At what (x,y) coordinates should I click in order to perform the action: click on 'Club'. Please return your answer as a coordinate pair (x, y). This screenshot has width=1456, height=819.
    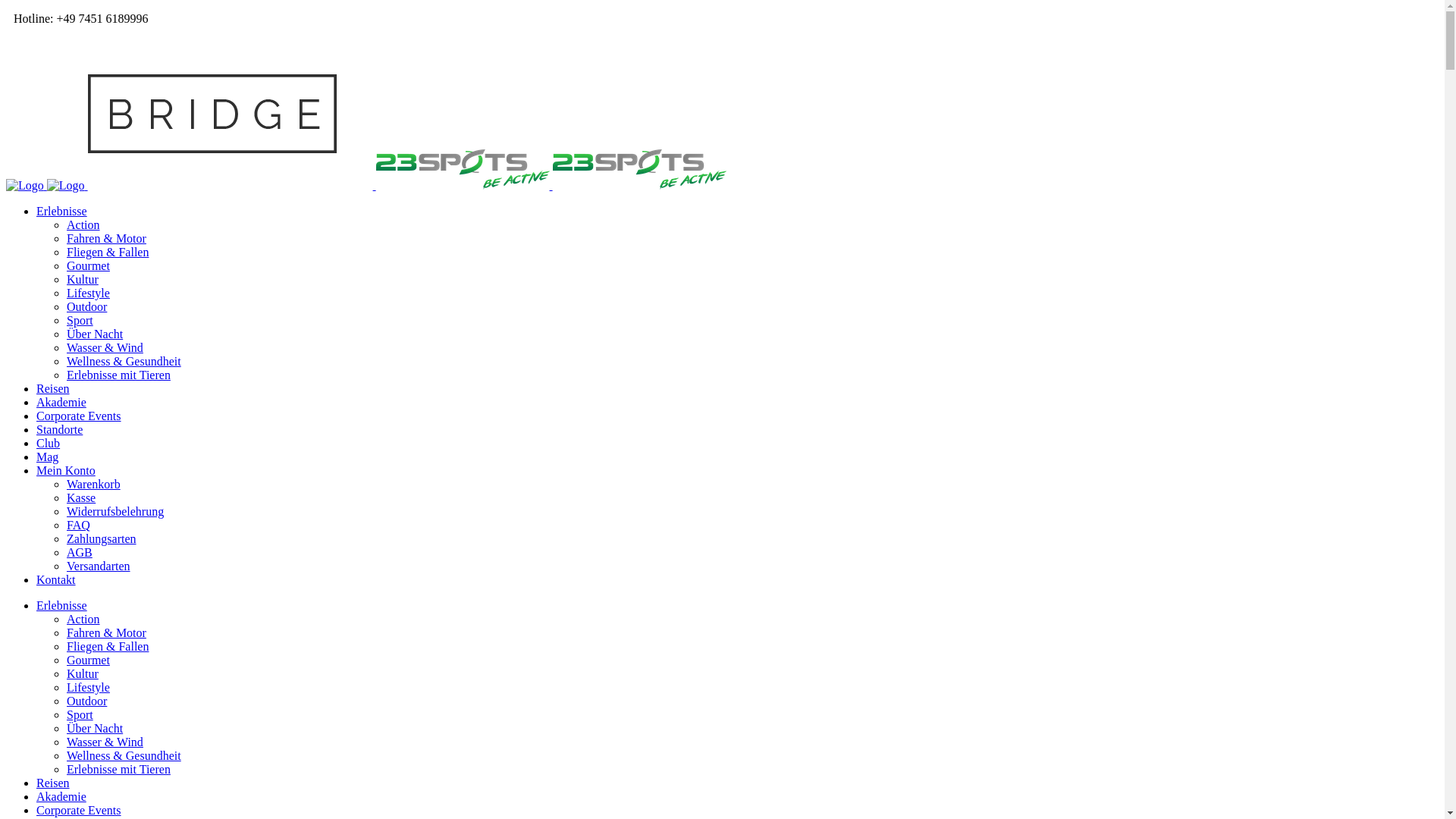
    Looking at the image, I should click on (48, 443).